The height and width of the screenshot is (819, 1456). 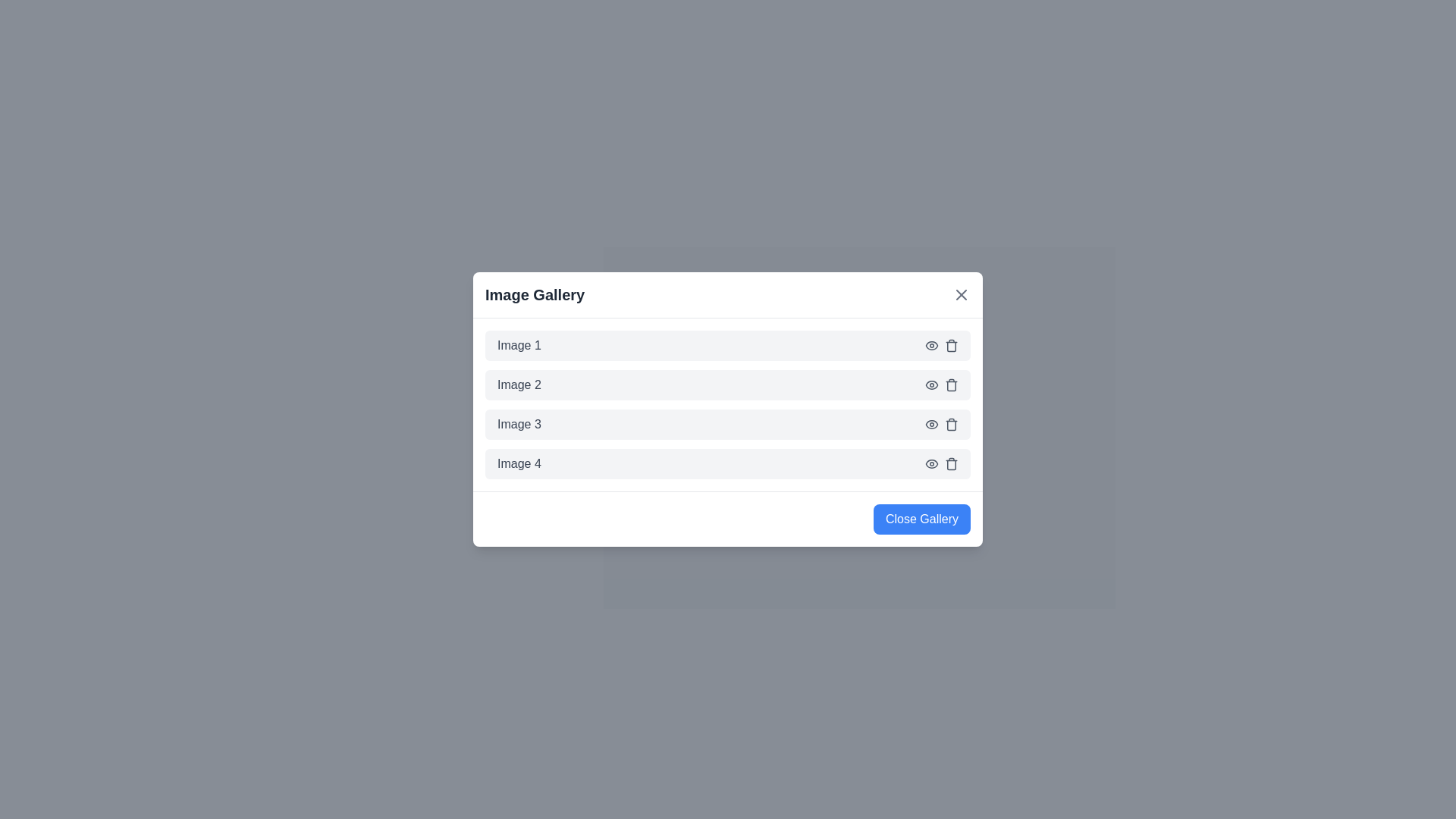 I want to click on the trash can icon button located at the rightmost position of the second row in the list, so click(x=950, y=384).